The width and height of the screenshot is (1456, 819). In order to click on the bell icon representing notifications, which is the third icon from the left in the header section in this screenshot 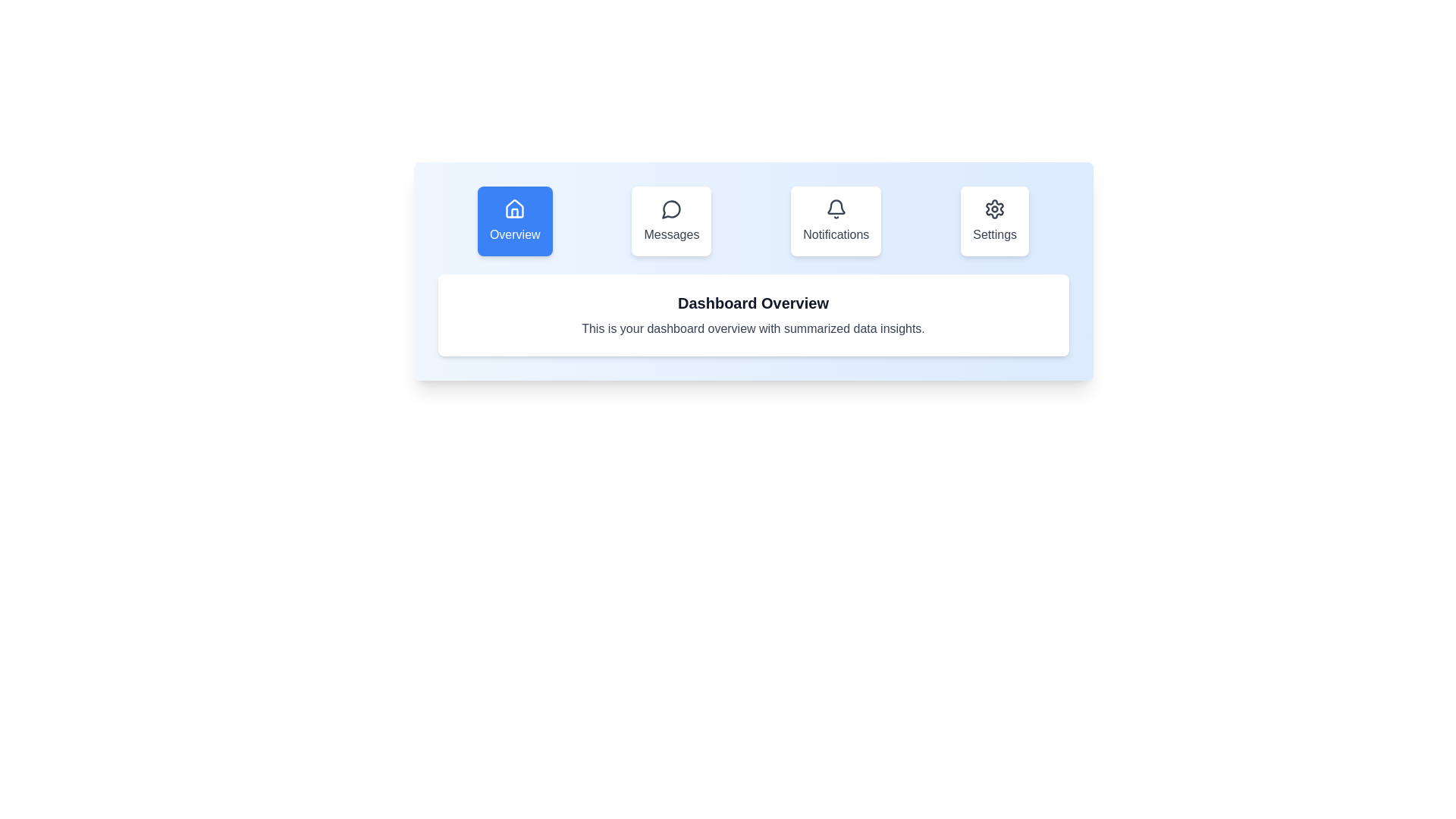, I will do `click(835, 207)`.